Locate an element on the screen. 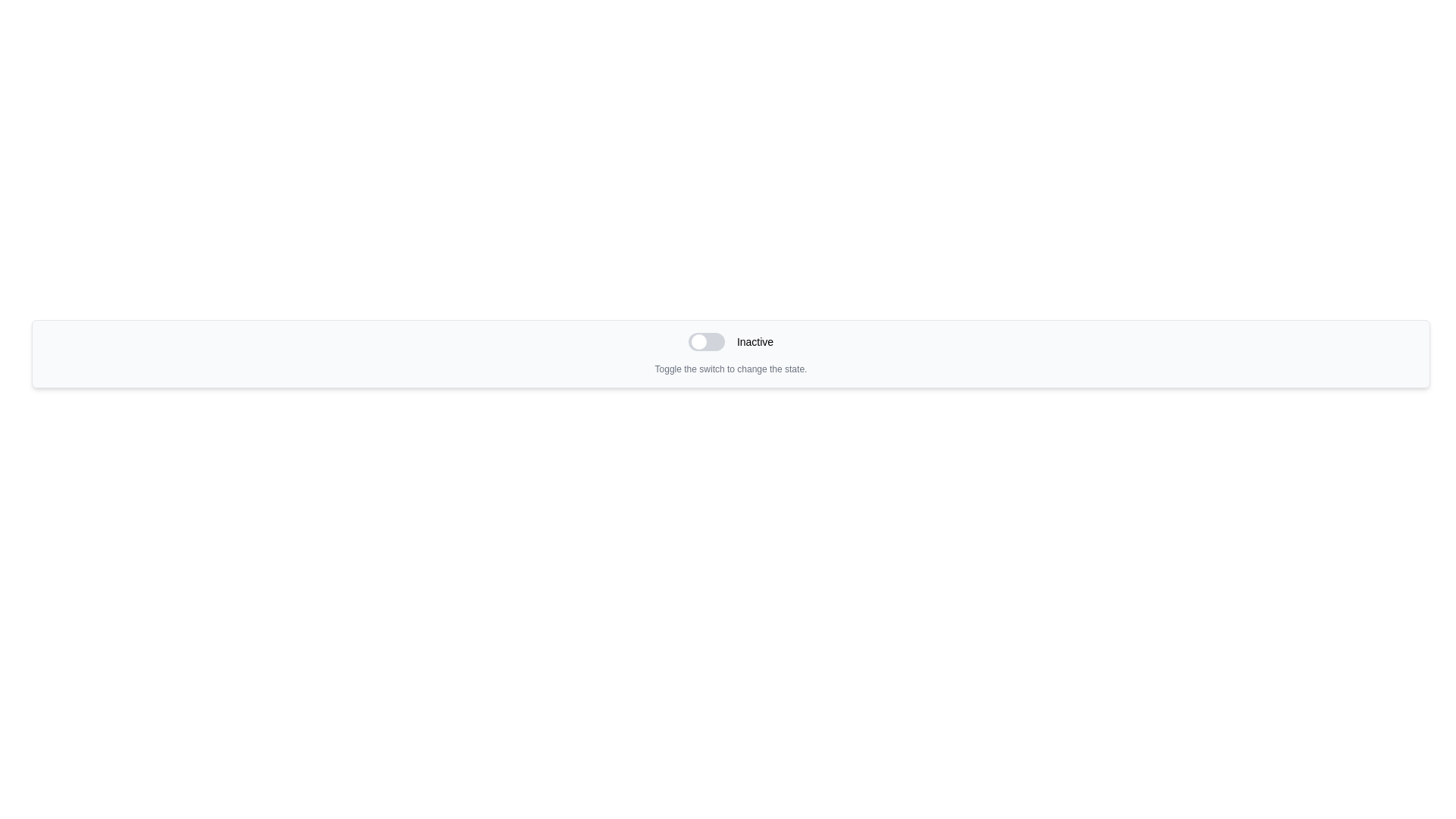 The width and height of the screenshot is (1456, 819). the Text Label that reads 'Toggle the switch to change the state.' which is styled in a small, gray font and positioned below the toggle switch labeled 'Inactive' is located at coordinates (731, 369).